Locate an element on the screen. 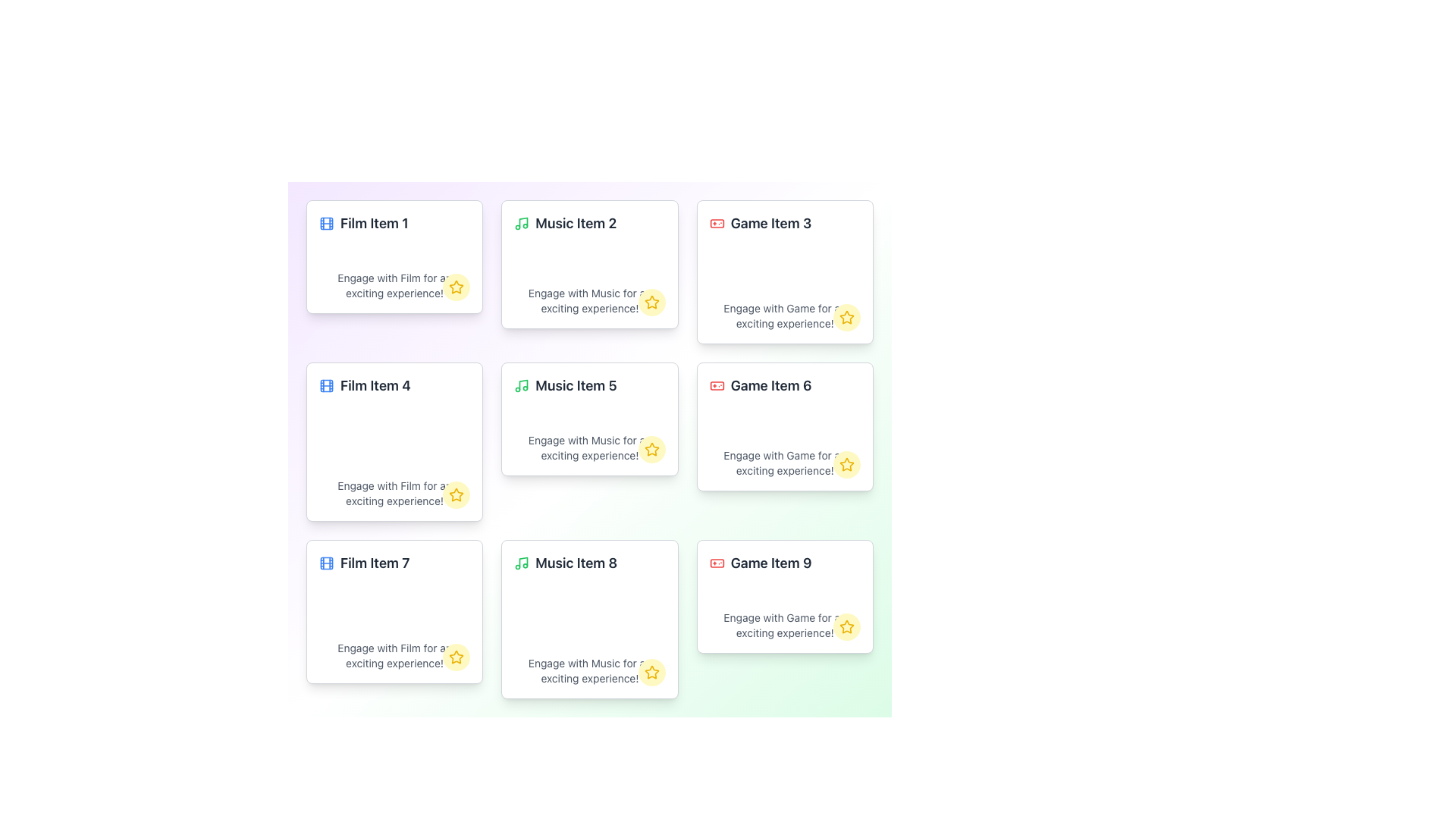 This screenshot has height=819, width=1456. the ninth card in the grid layout that represents 'Game Item 9', located in the bottom-right corner of the interface is located at coordinates (785, 595).